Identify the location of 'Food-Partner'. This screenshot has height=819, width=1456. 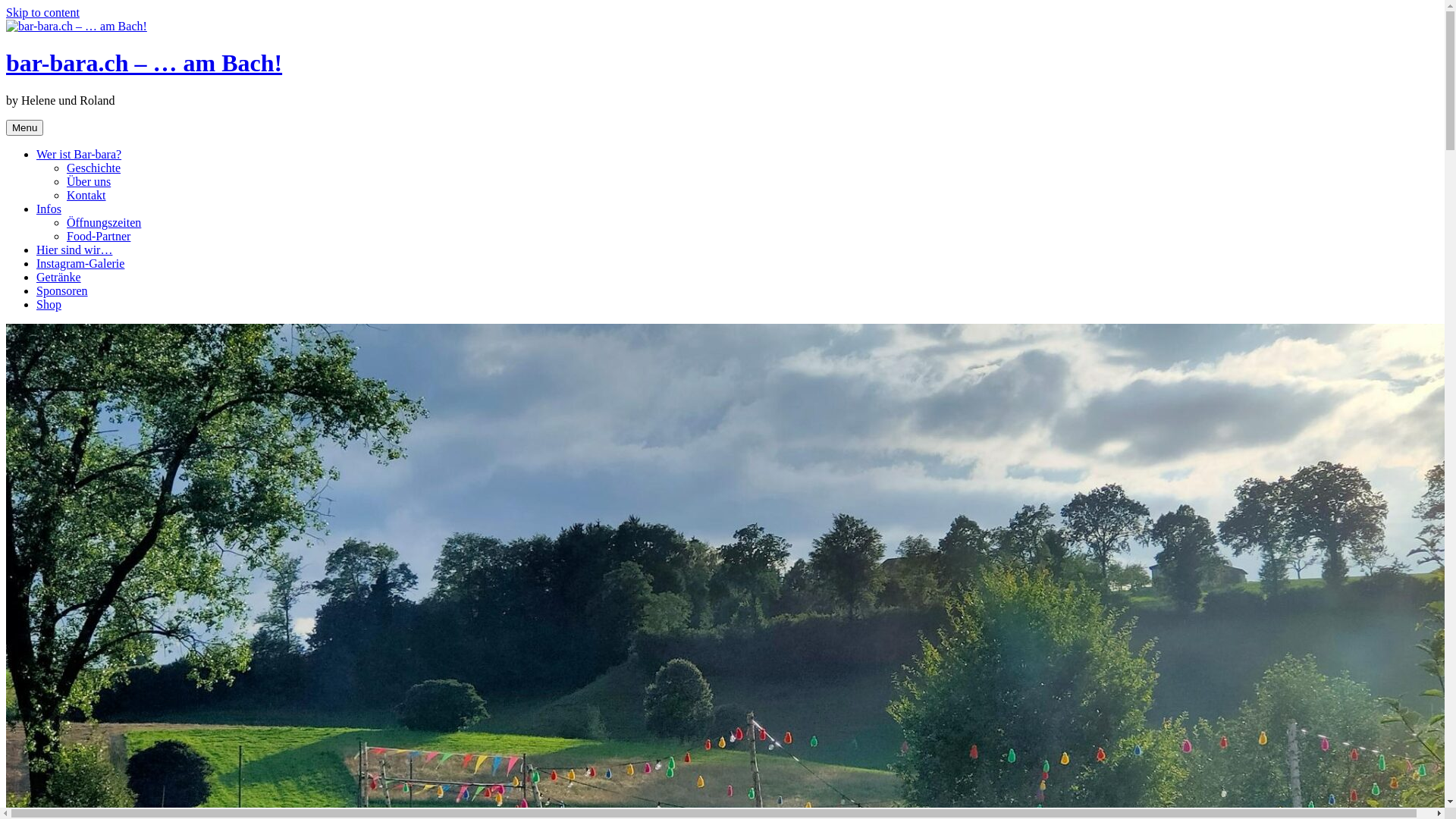
(97, 236).